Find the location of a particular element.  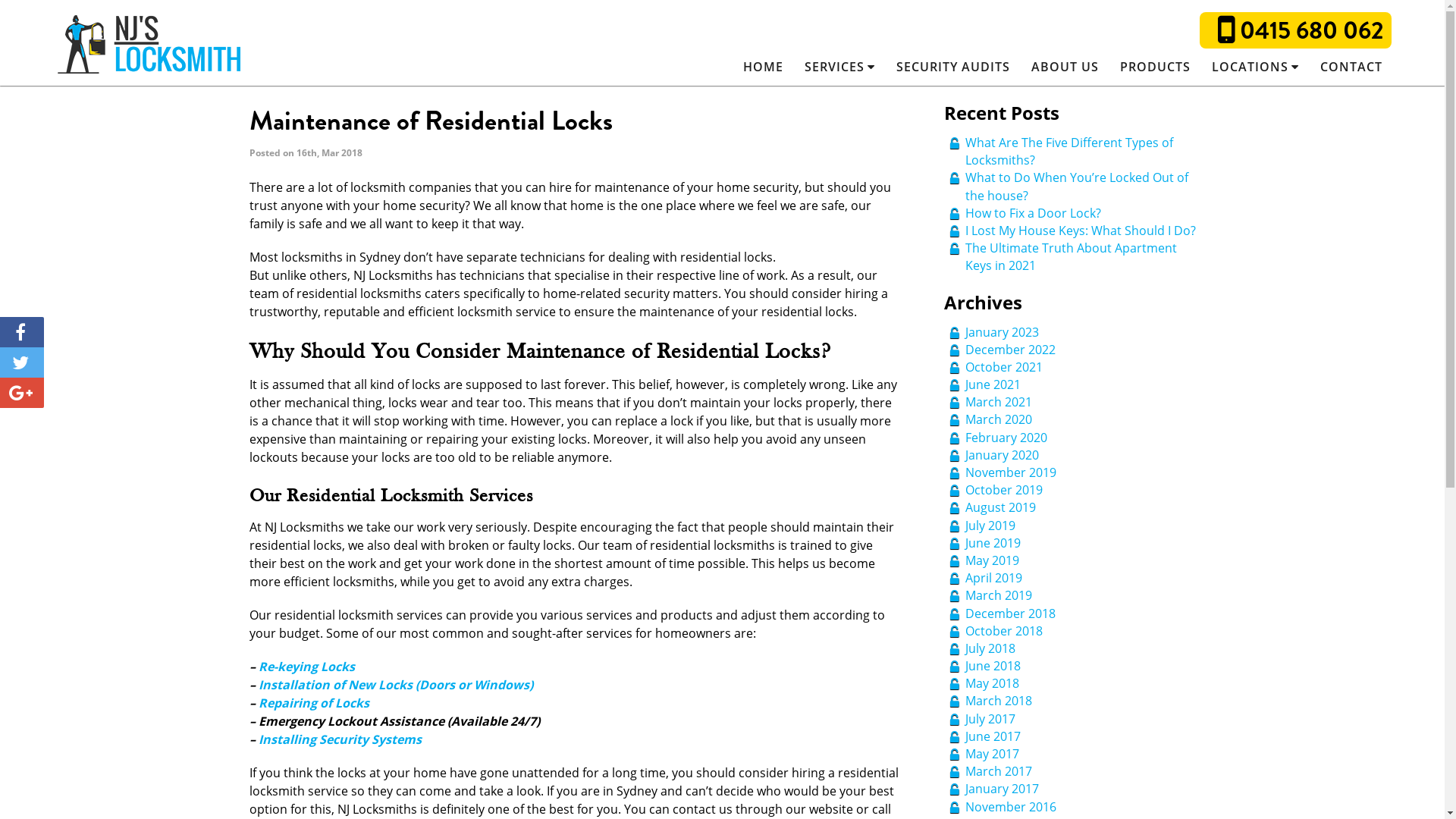

'December 2022' is located at coordinates (1009, 350).